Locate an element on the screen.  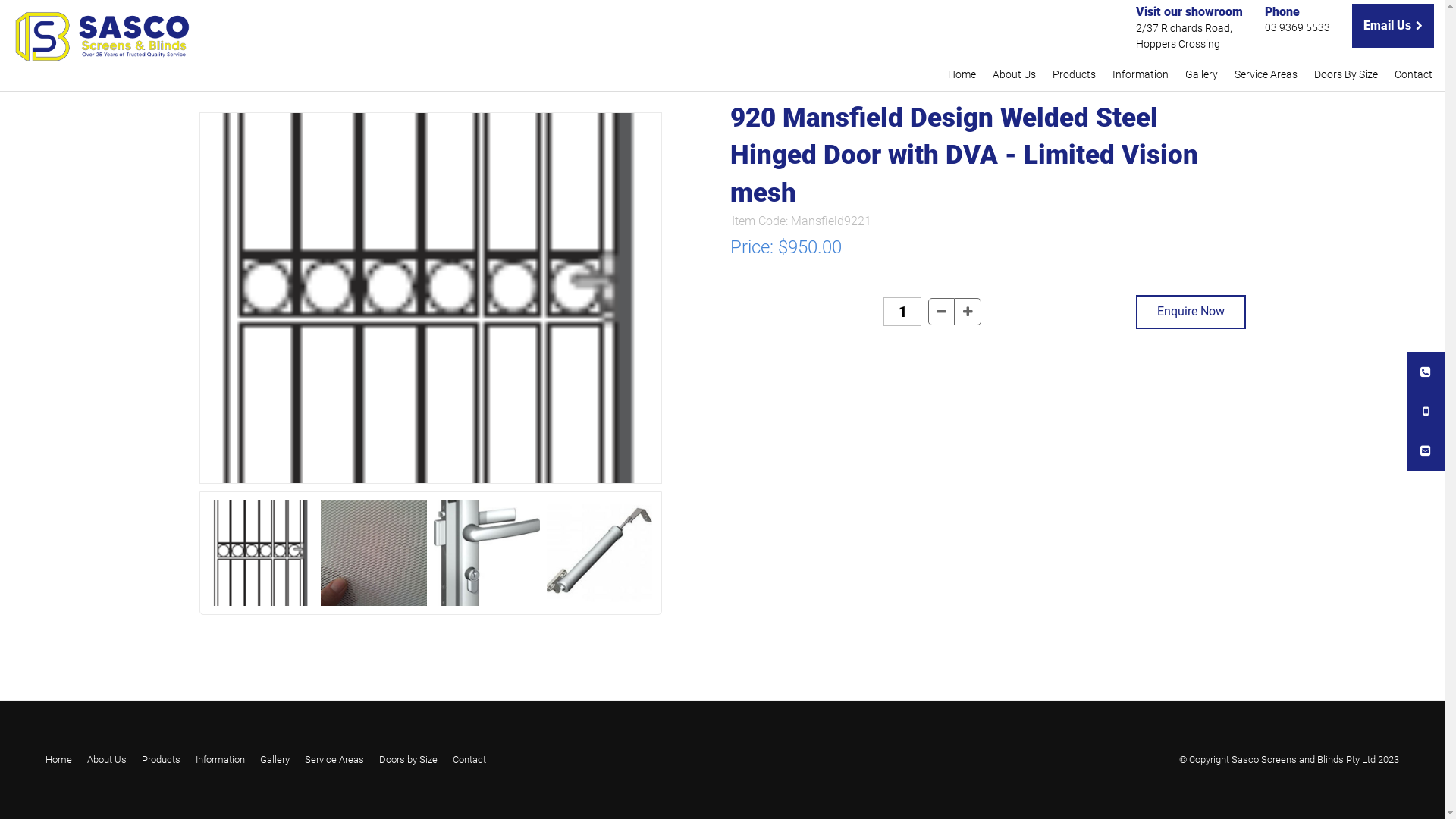
'Contact' is located at coordinates (469, 760).